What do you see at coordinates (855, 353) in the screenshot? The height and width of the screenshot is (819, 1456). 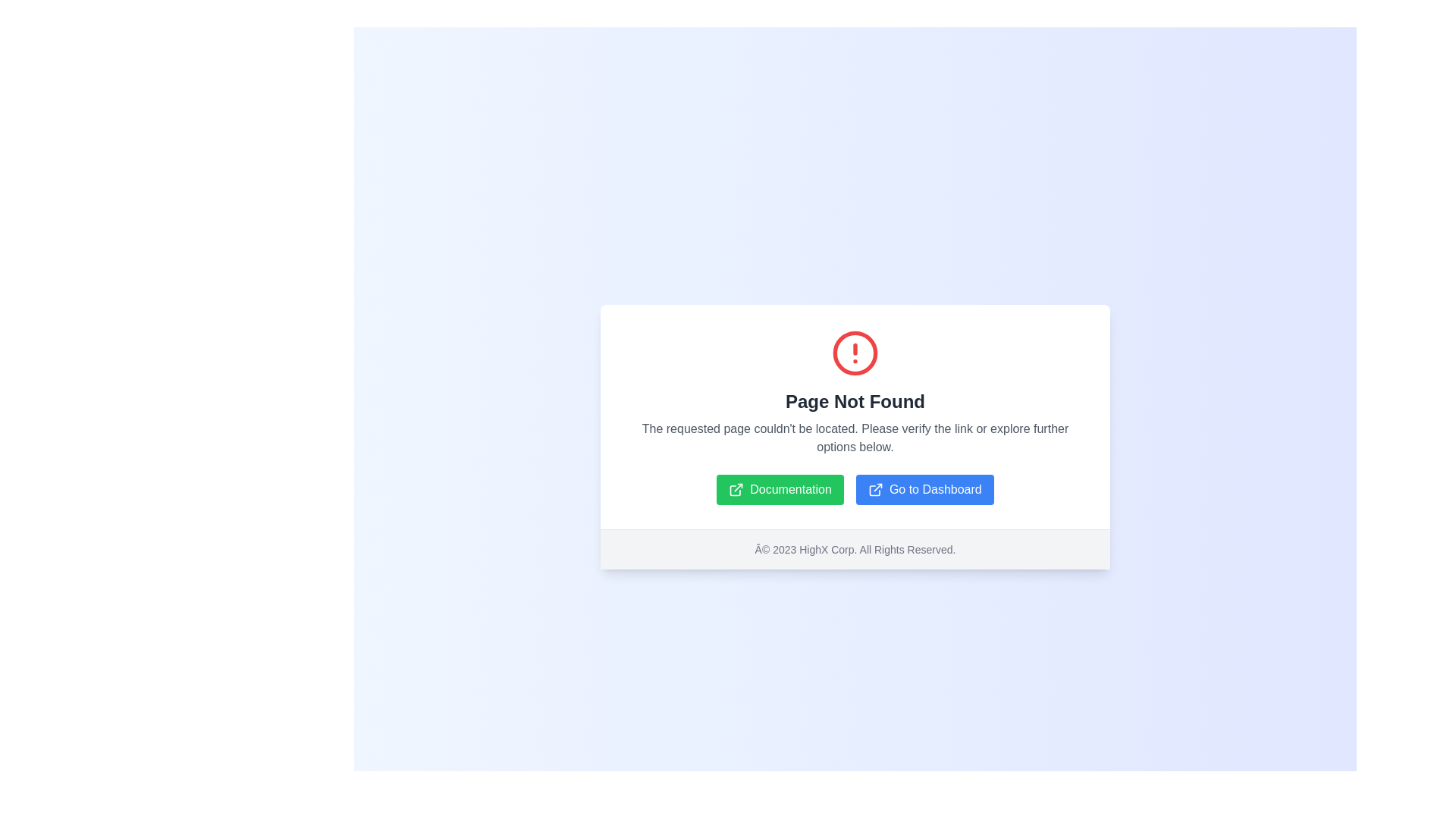 I see `the alert icon located at the top of the 'Page Not Found' card, which highlights the error message below` at bounding box center [855, 353].